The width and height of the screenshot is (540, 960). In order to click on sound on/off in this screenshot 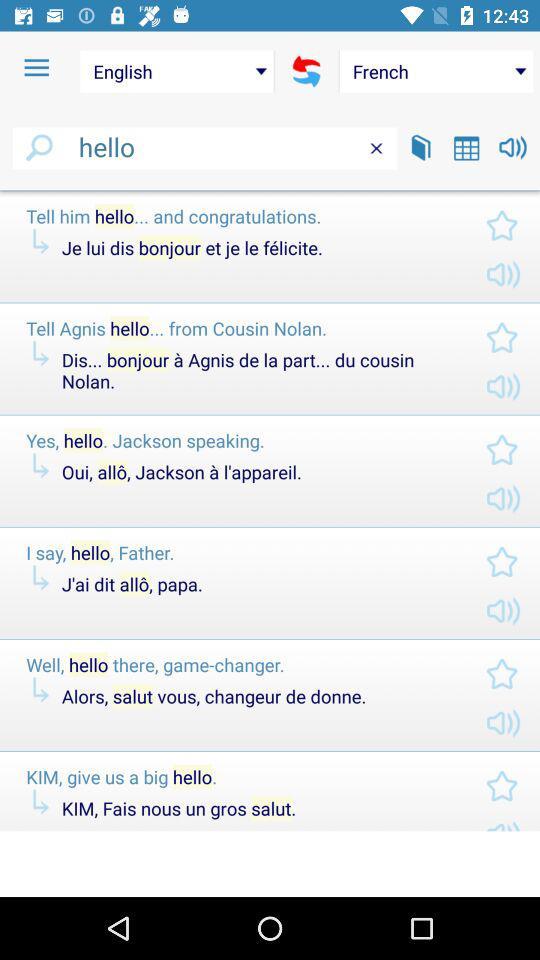, I will do `click(513, 146)`.